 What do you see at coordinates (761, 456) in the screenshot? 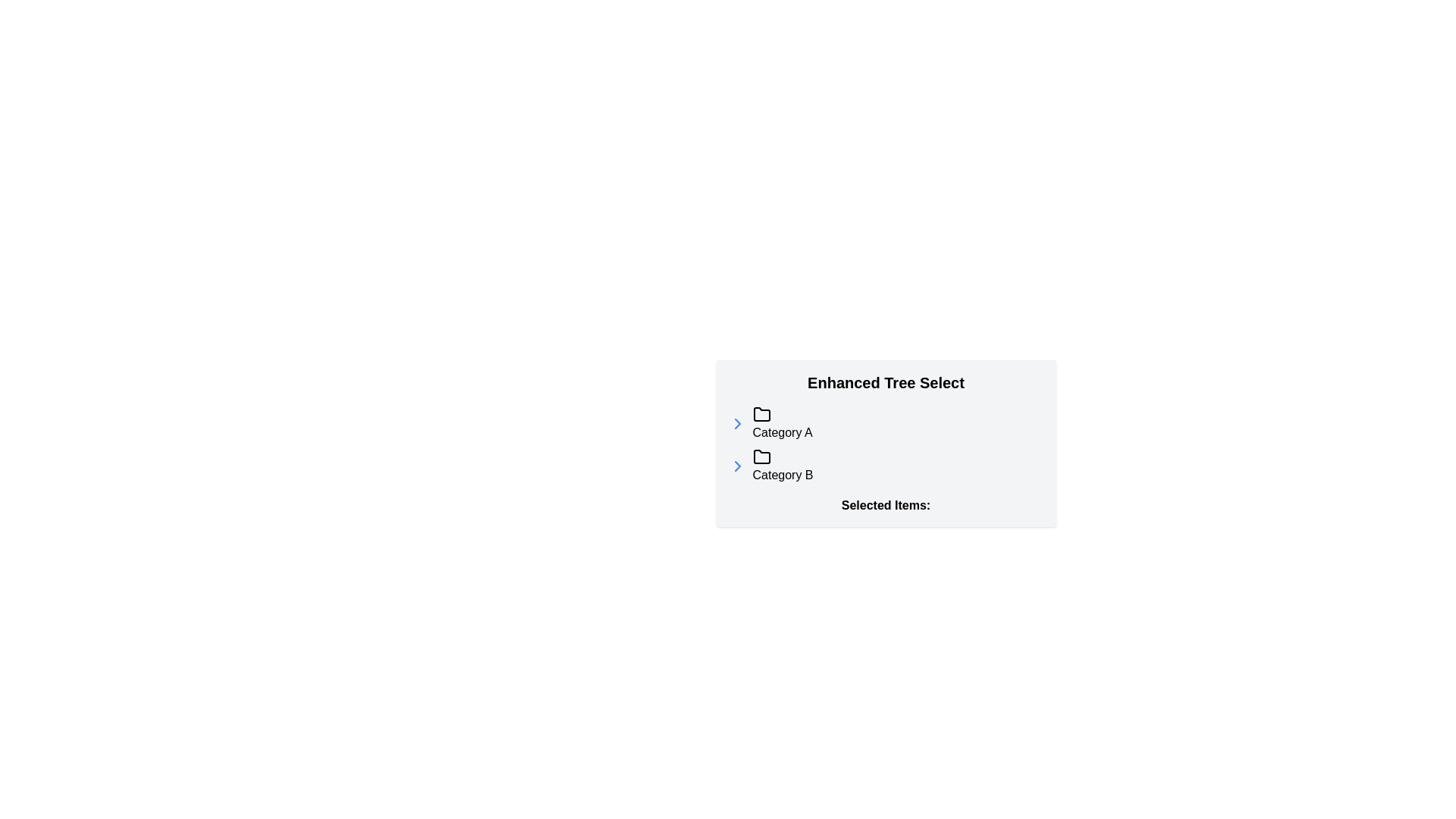
I see `the folder icon, which is visually styled with a thin black outline and positioned next to the text 'Category B' in the hierarchical list` at bounding box center [761, 456].